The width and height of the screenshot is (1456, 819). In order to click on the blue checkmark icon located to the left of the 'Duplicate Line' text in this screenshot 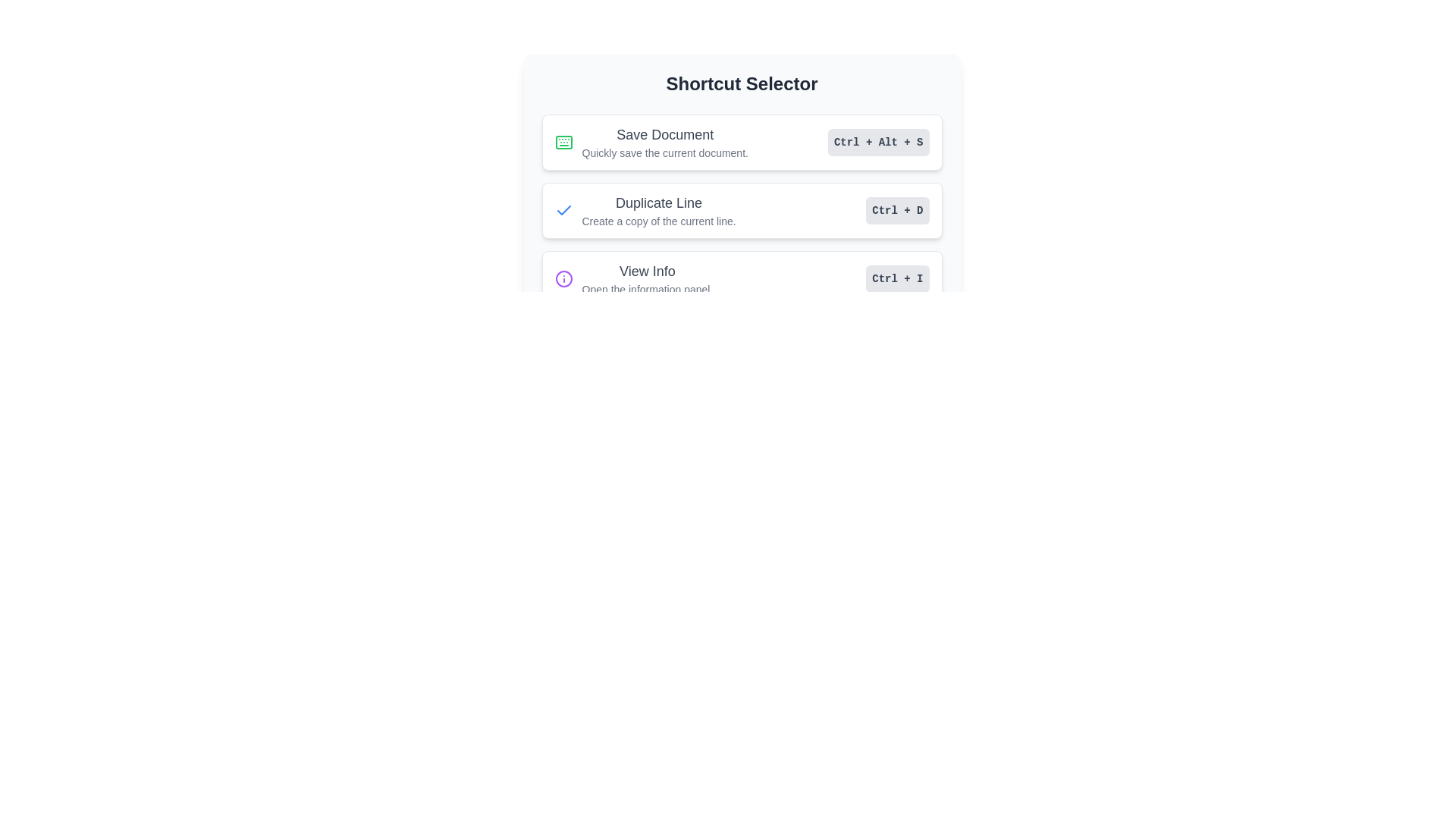, I will do `click(563, 210)`.